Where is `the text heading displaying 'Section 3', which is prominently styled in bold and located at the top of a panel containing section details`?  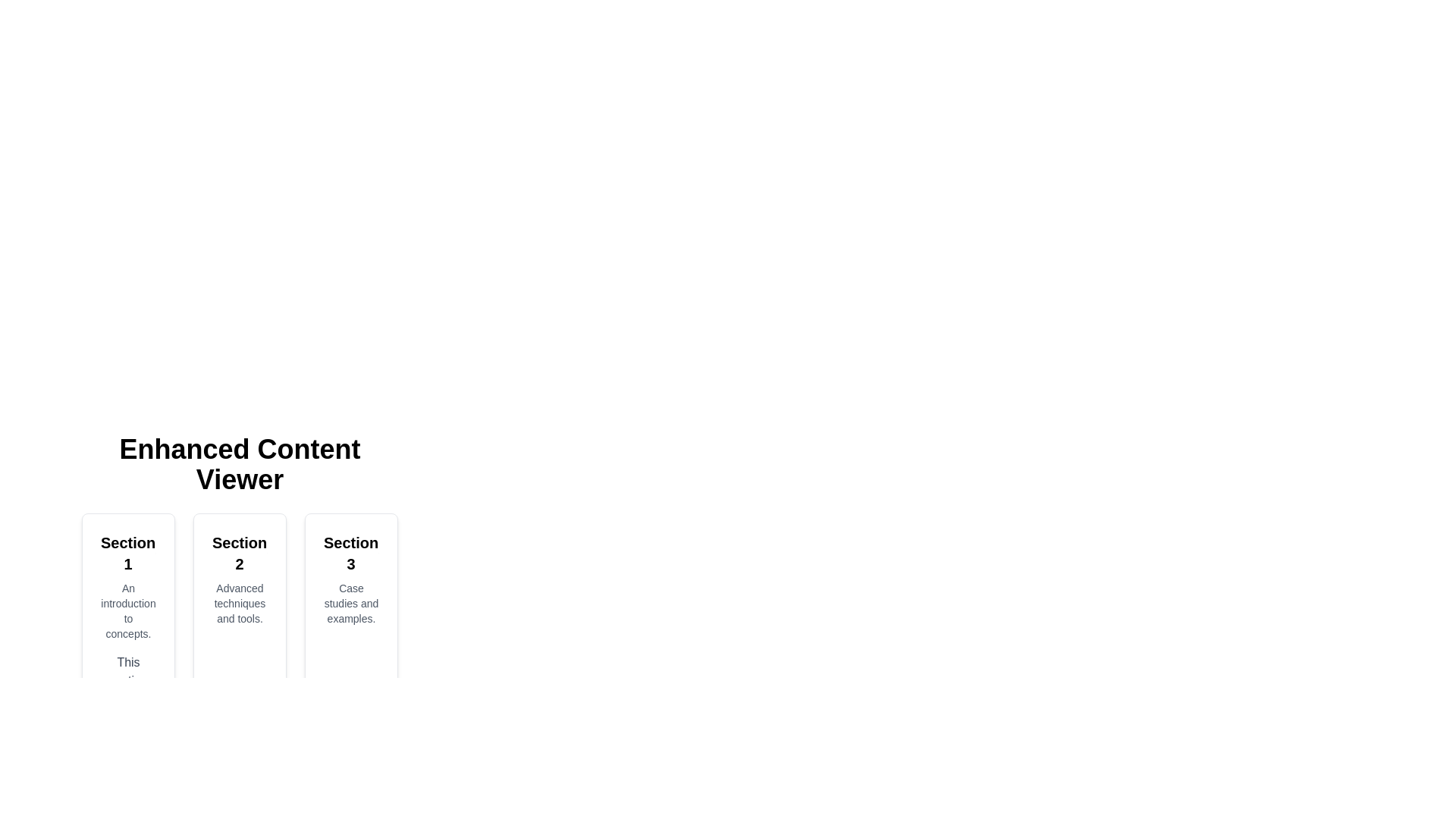
the text heading displaying 'Section 3', which is prominently styled in bold and located at the top of a panel containing section details is located at coordinates (350, 553).